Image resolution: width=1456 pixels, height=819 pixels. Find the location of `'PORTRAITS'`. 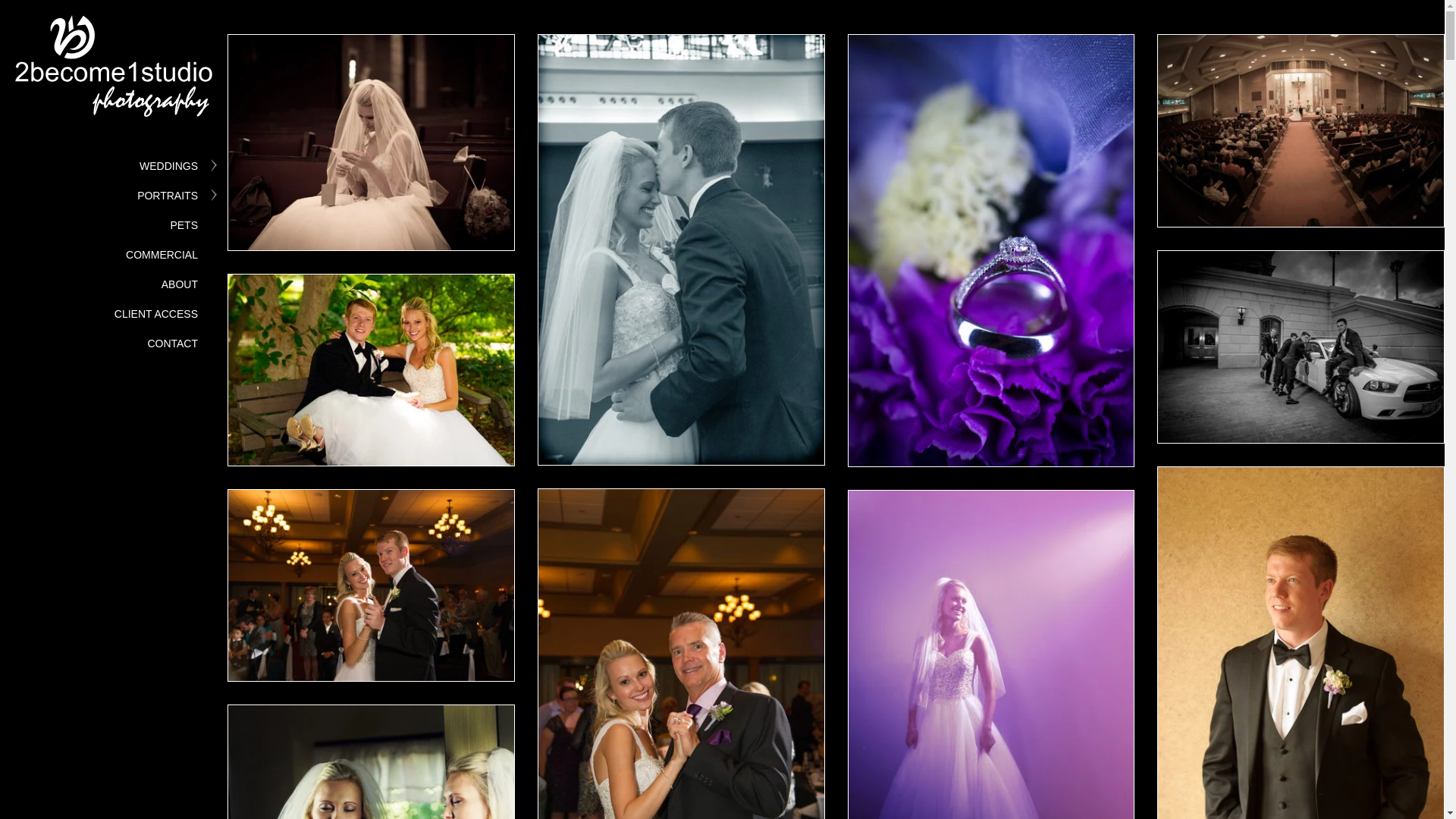

'PORTRAITS' is located at coordinates (167, 195).